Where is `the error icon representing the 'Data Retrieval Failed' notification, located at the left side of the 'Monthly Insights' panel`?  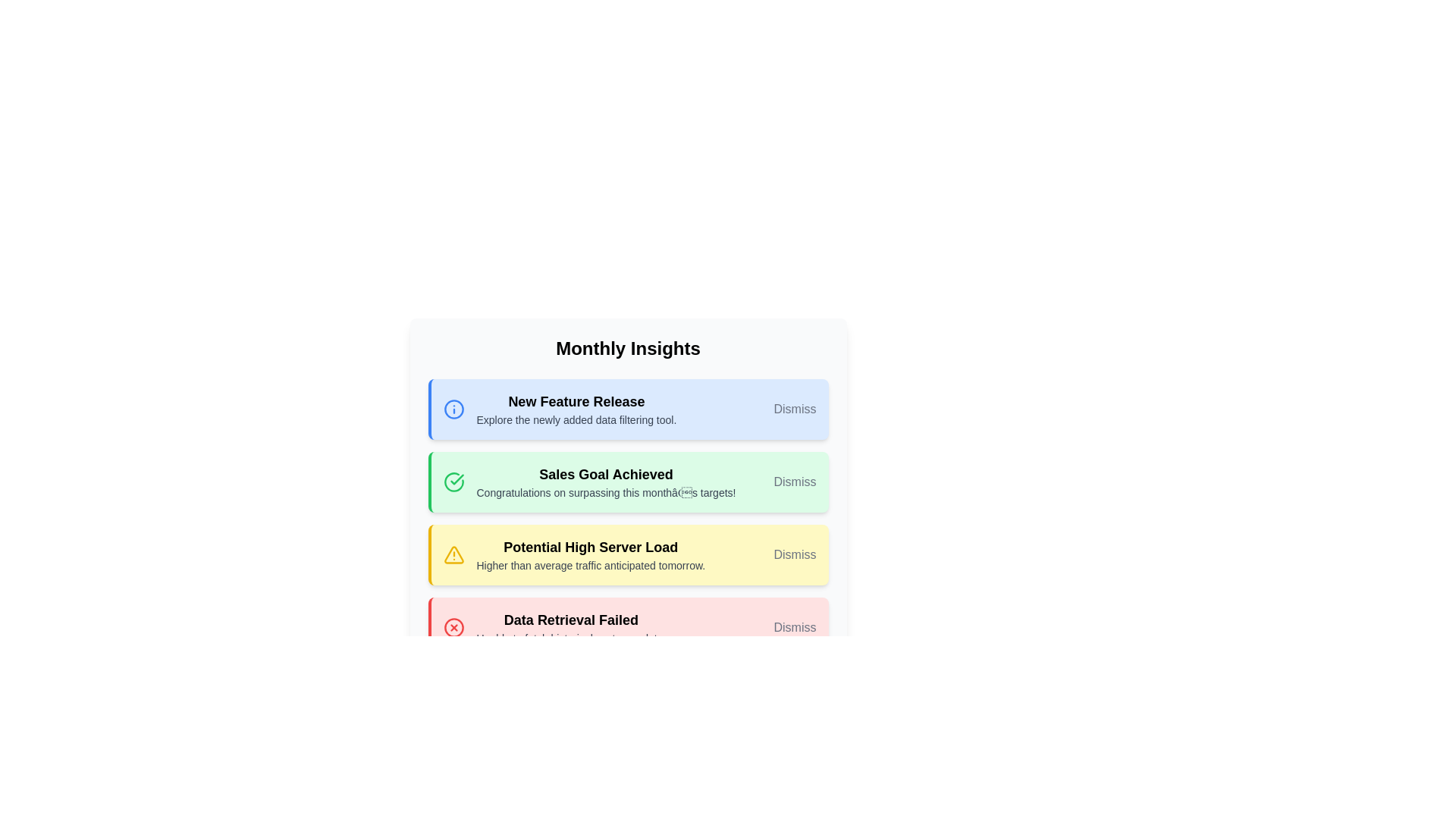
the error icon representing the 'Data Retrieval Failed' notification, located at the left side of the 'Monthly Insights' panel is located at coordinates (453, 628).